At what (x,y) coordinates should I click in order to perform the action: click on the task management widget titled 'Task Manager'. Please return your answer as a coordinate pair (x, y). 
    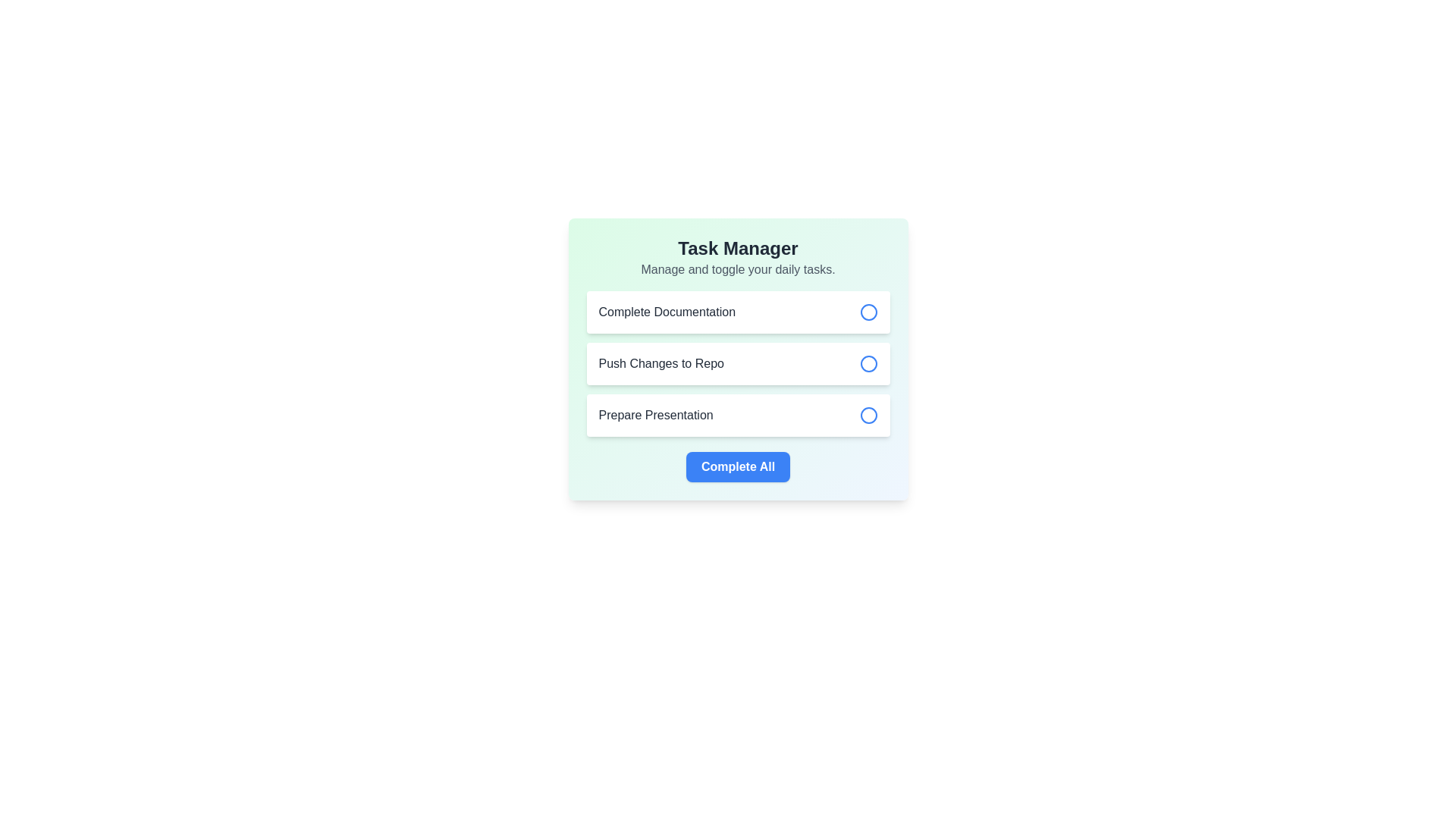
    Looking at the image, I should click on (738, 359).